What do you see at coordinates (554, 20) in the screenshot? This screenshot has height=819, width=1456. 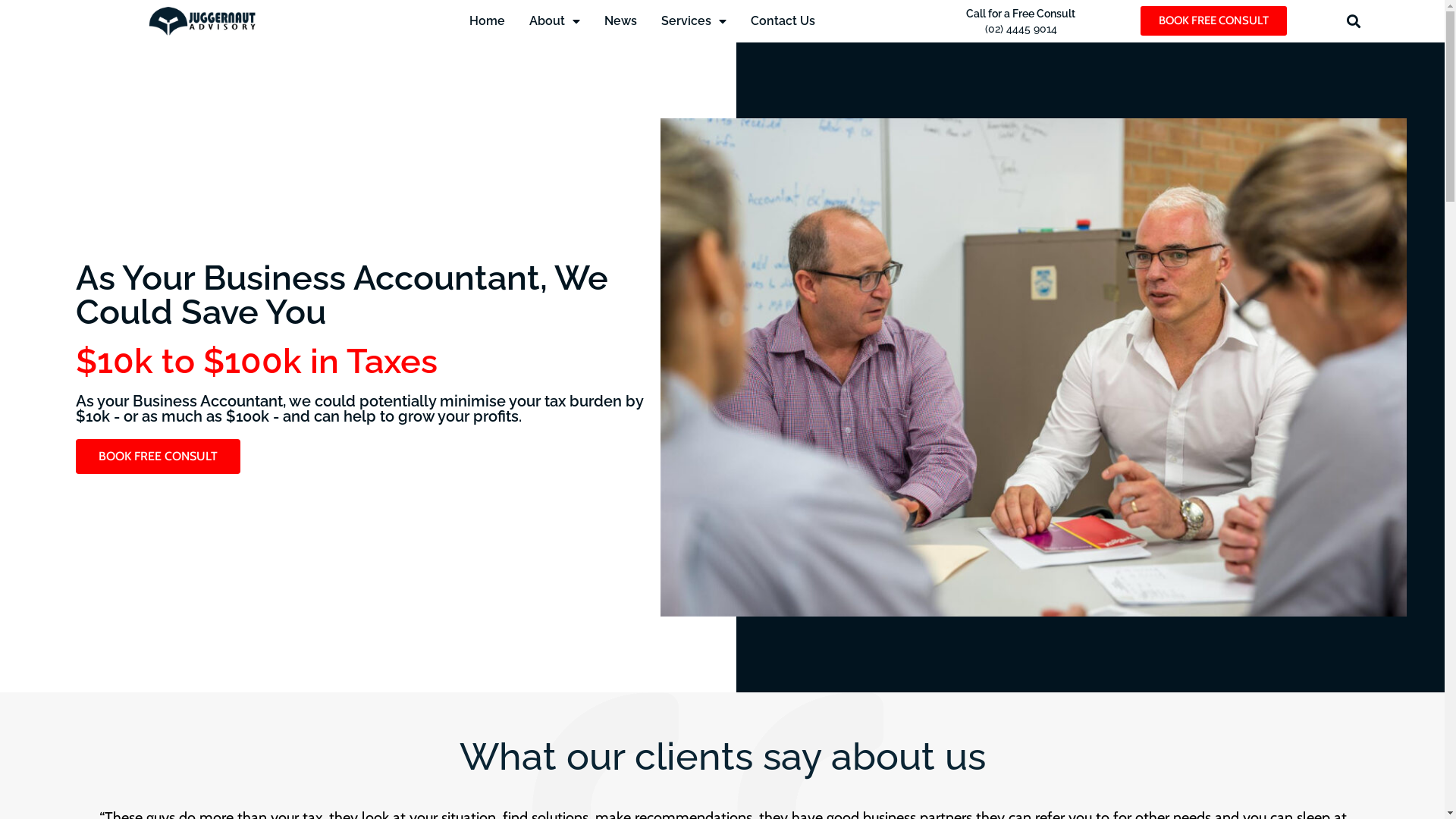 I see `'About'` at bounding box center [554, 20].